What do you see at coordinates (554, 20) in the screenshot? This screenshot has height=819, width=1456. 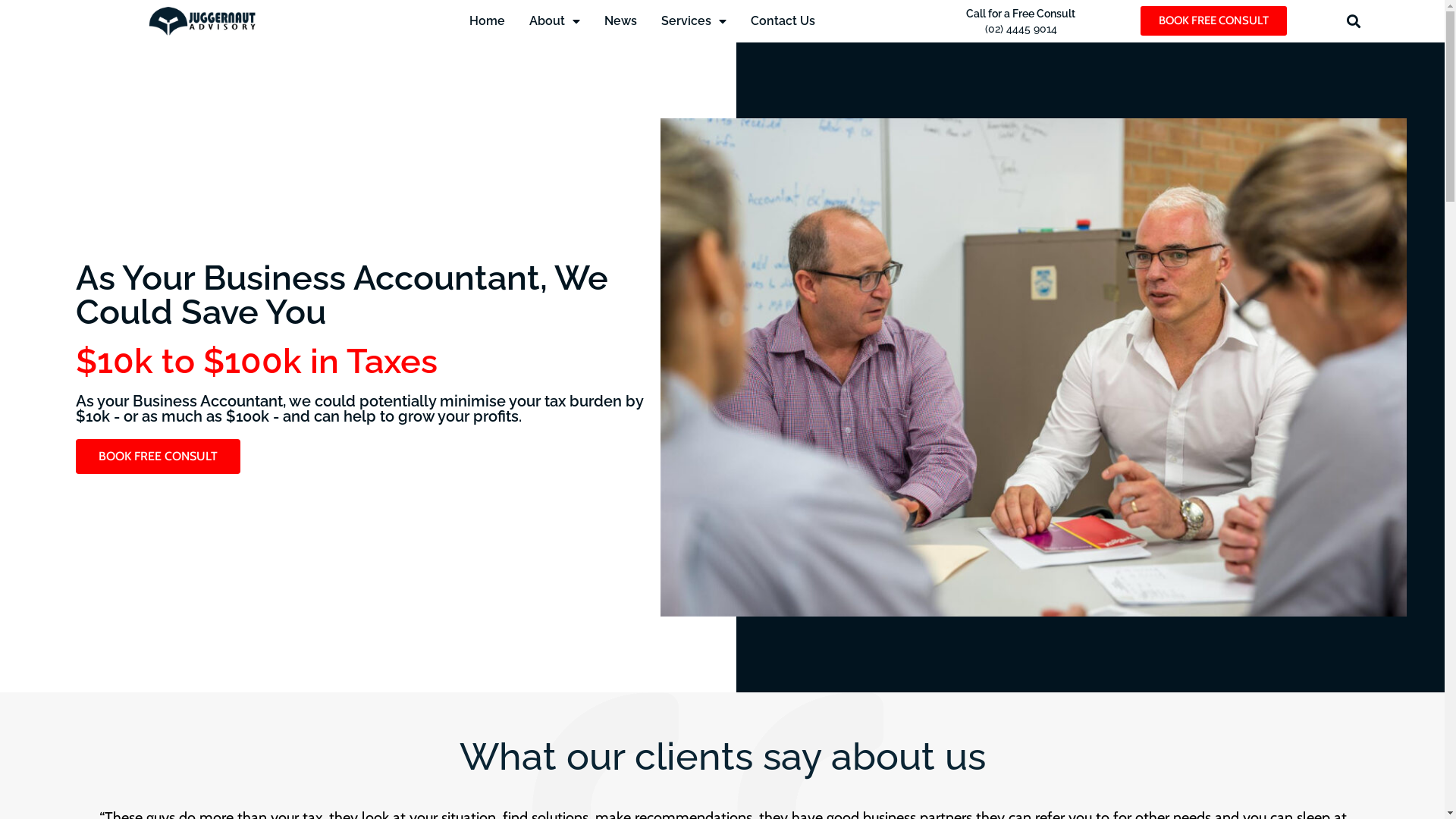 I see `'About'` at bounding box center [554, 20].